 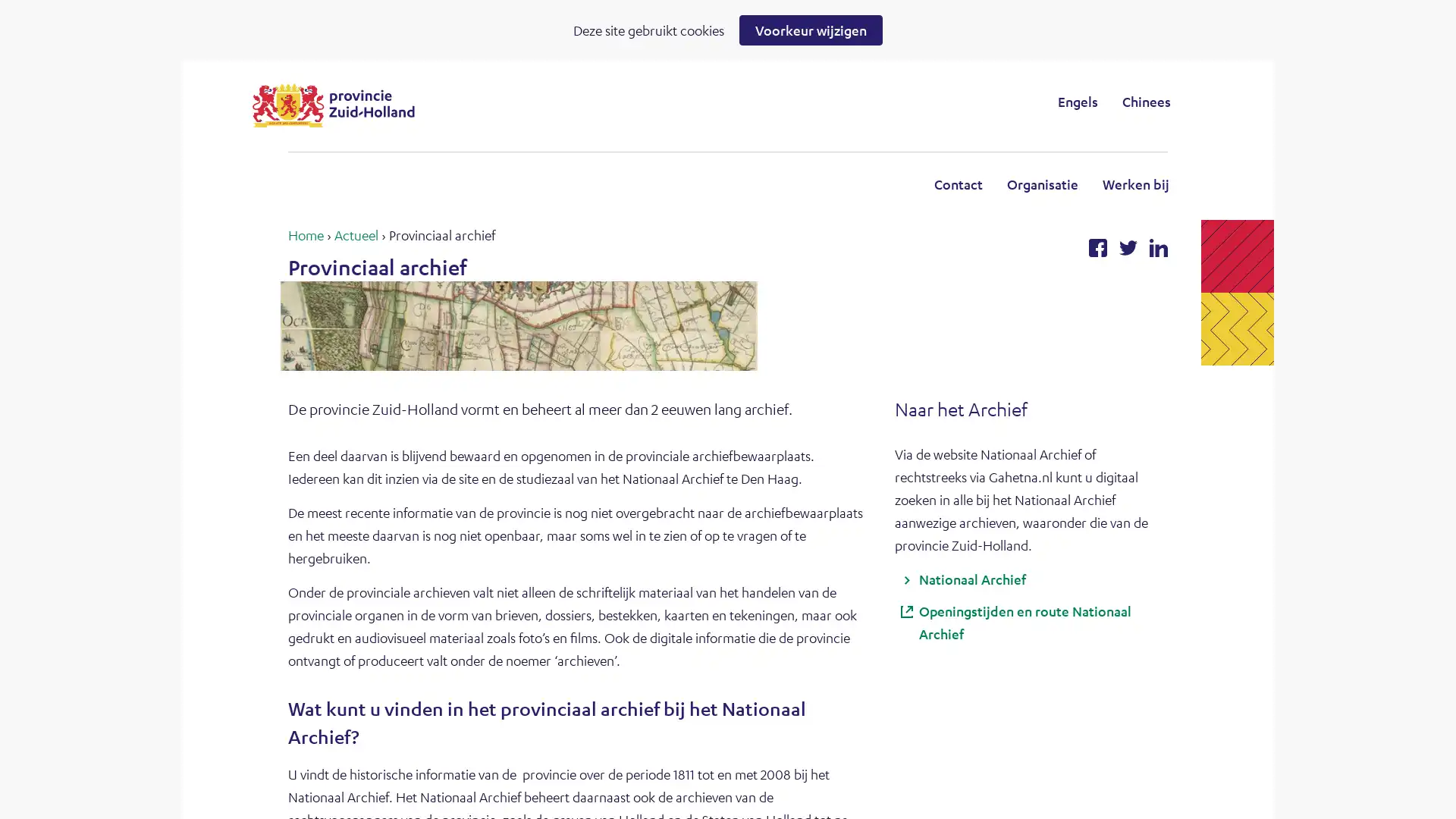 What do you see at coordinates (810, 30) in the screenshot?
I see `Voorkeur wijzigen` at bounding box center [810, 30].